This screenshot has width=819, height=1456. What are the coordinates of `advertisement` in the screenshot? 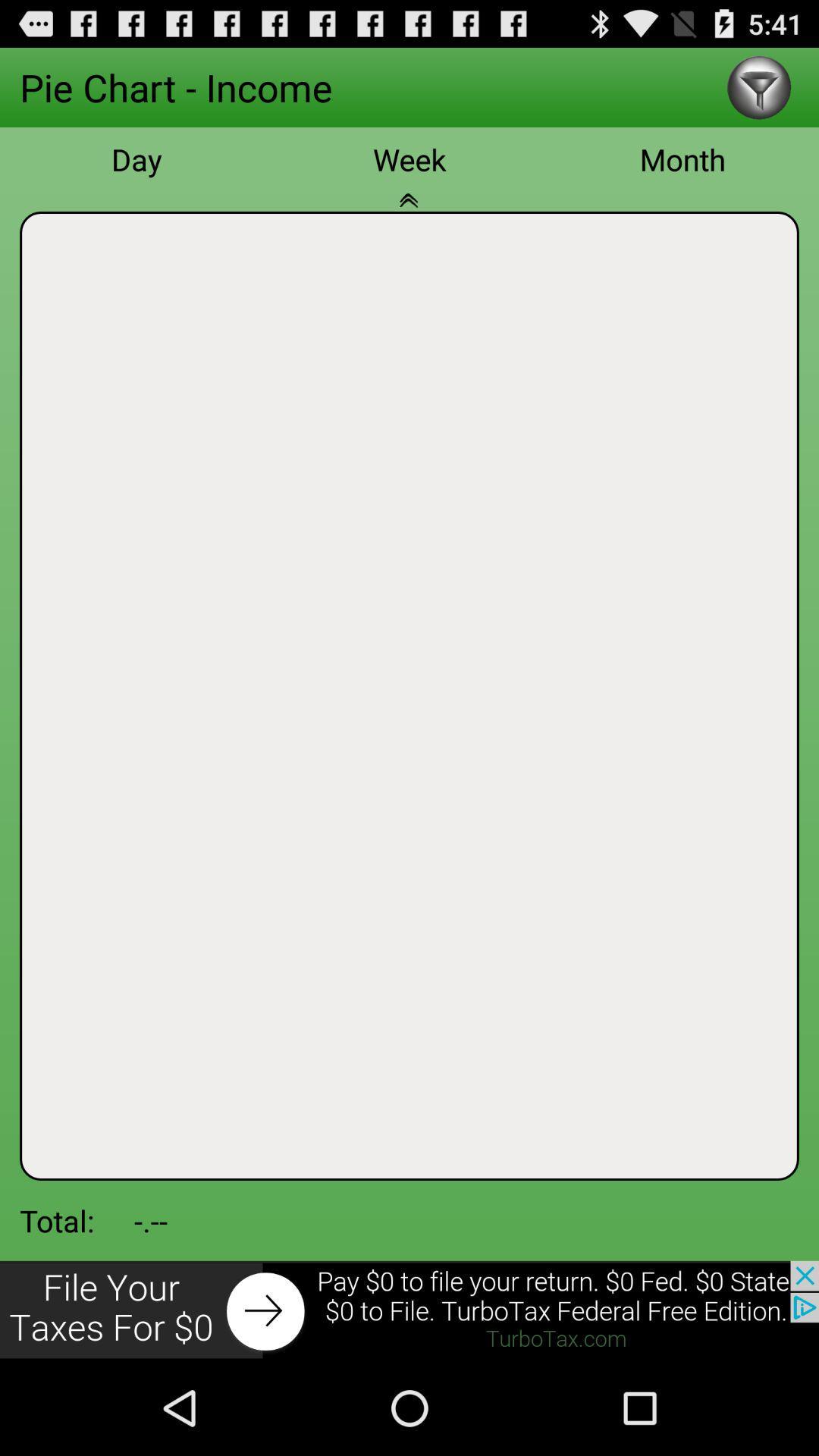 It's located at (409, 1310).